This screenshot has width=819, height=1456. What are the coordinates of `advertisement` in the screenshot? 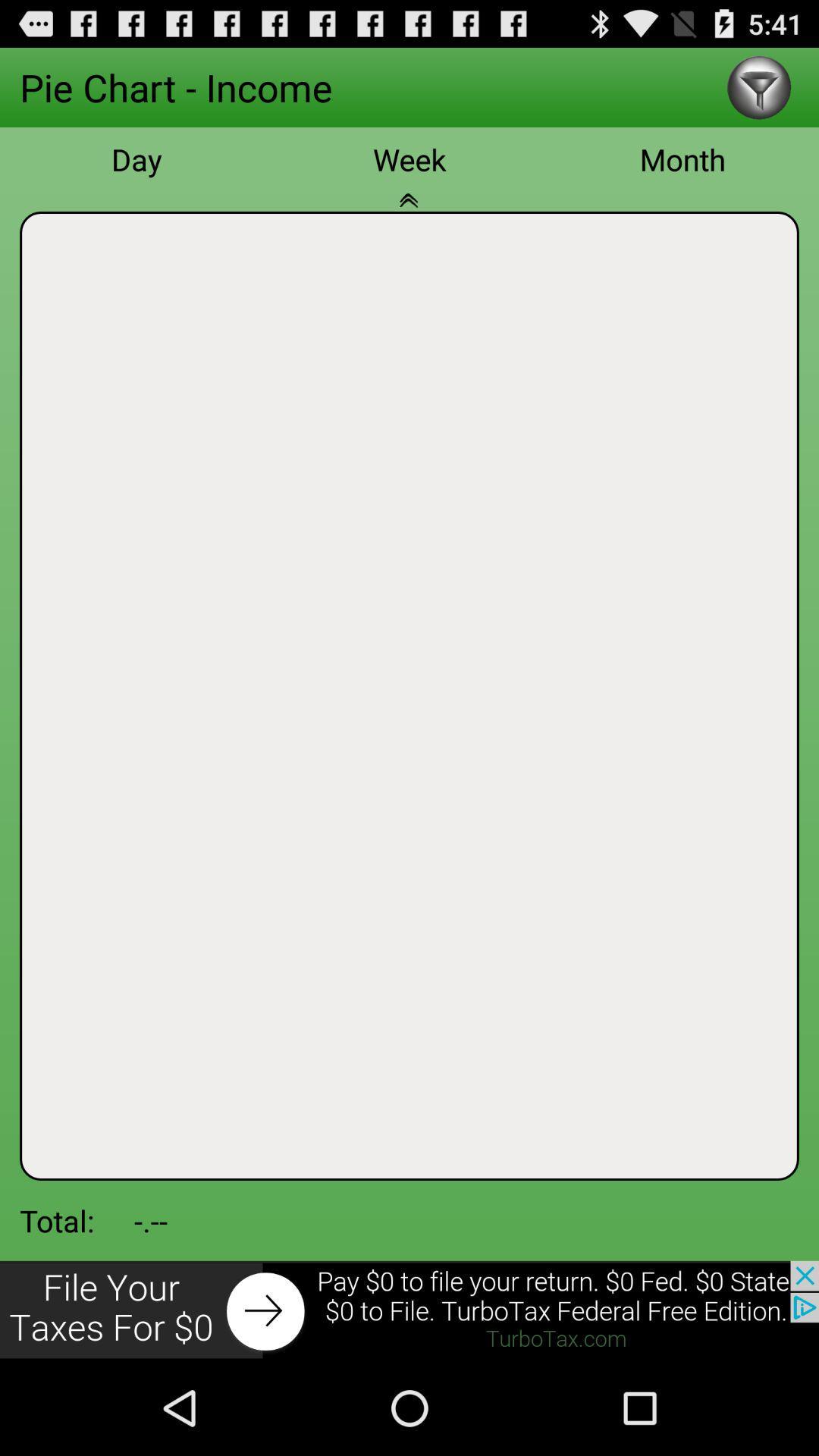 It's located at (409, 1310).